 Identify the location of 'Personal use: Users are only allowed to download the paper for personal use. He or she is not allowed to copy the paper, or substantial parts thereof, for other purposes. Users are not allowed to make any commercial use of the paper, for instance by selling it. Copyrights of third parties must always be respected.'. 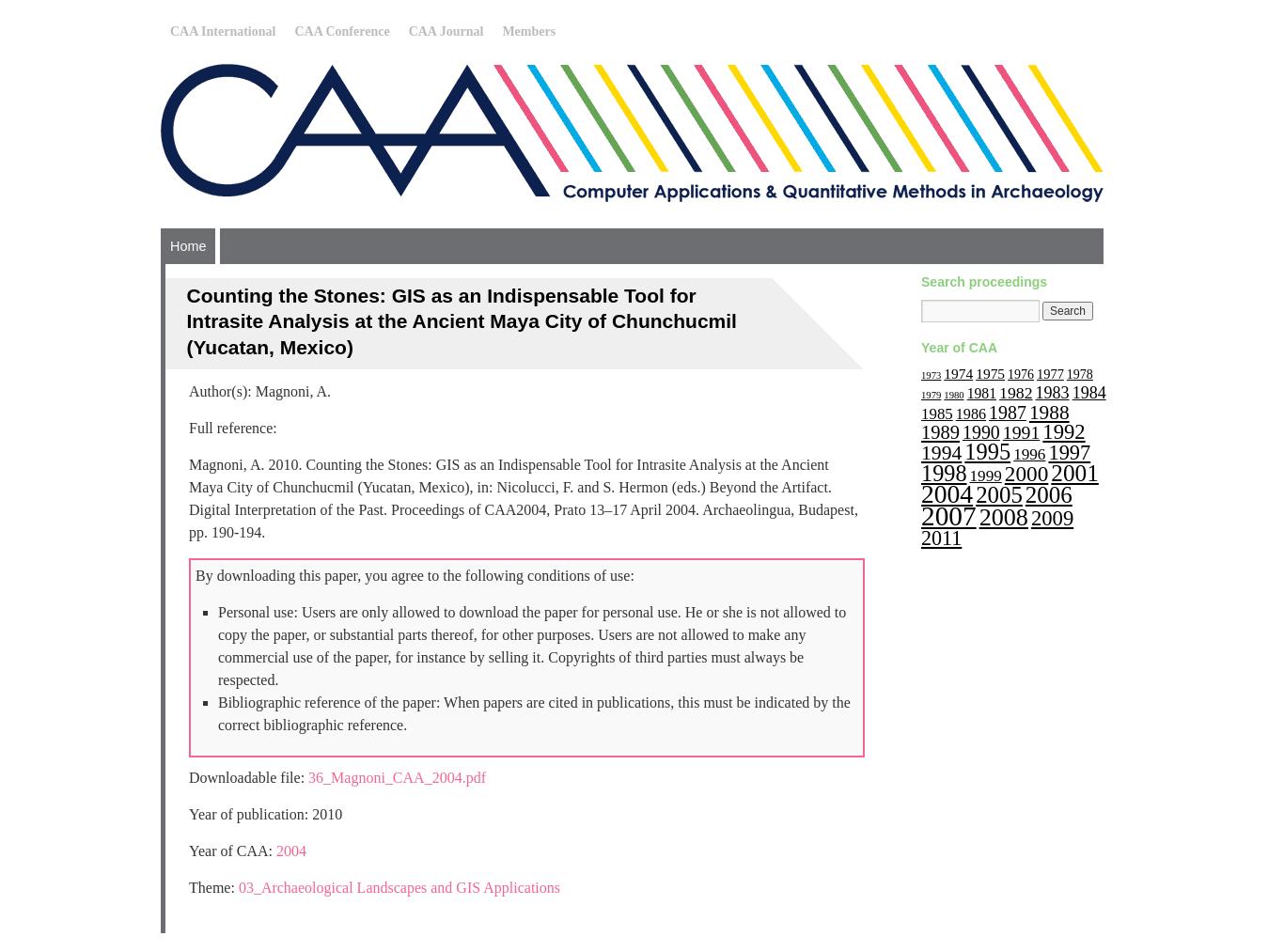
(531, 644).